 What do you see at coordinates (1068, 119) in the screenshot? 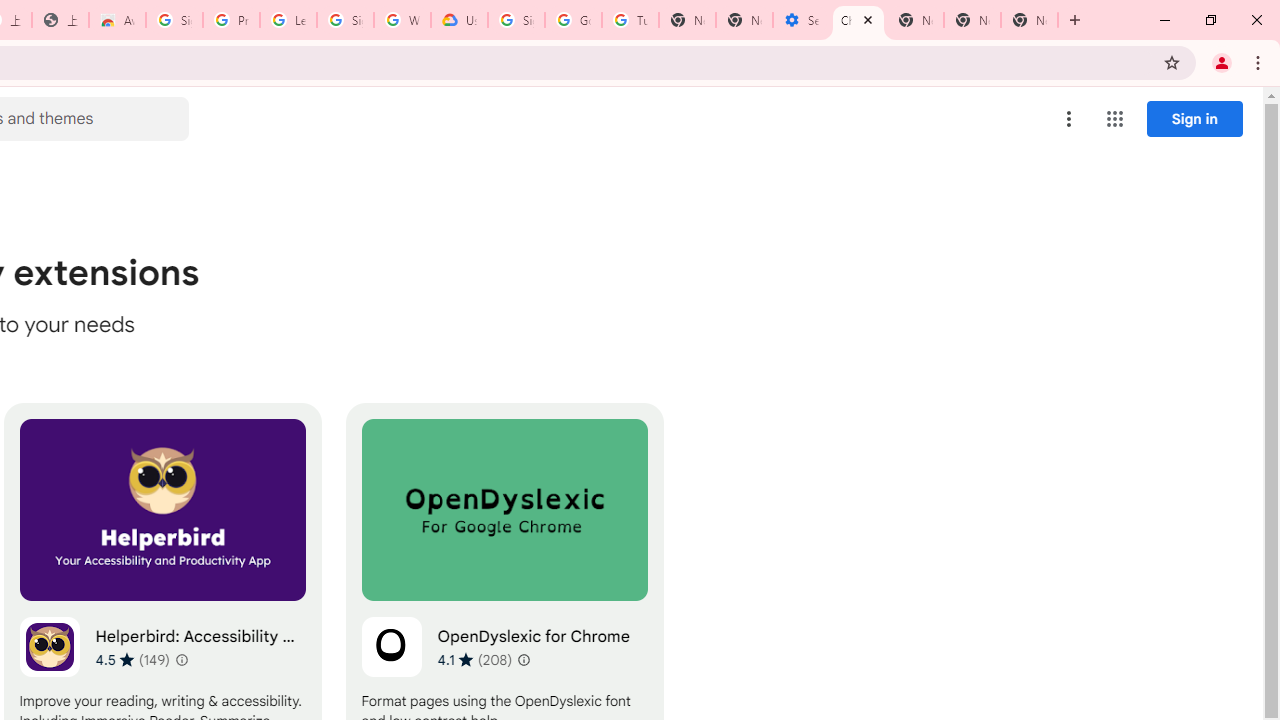
I see `'More options menu'` at bounding box center [1068, 119].